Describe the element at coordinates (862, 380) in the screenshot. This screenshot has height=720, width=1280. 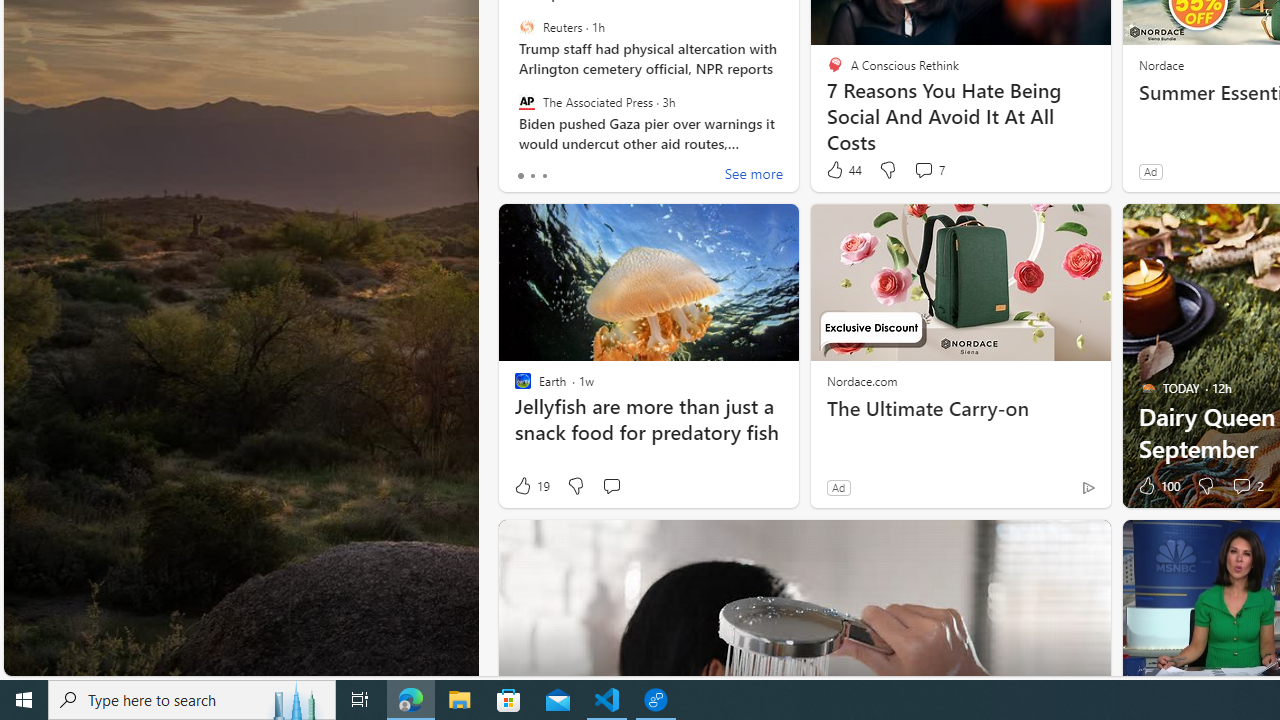
I see `'Nordace.com'` at that location.